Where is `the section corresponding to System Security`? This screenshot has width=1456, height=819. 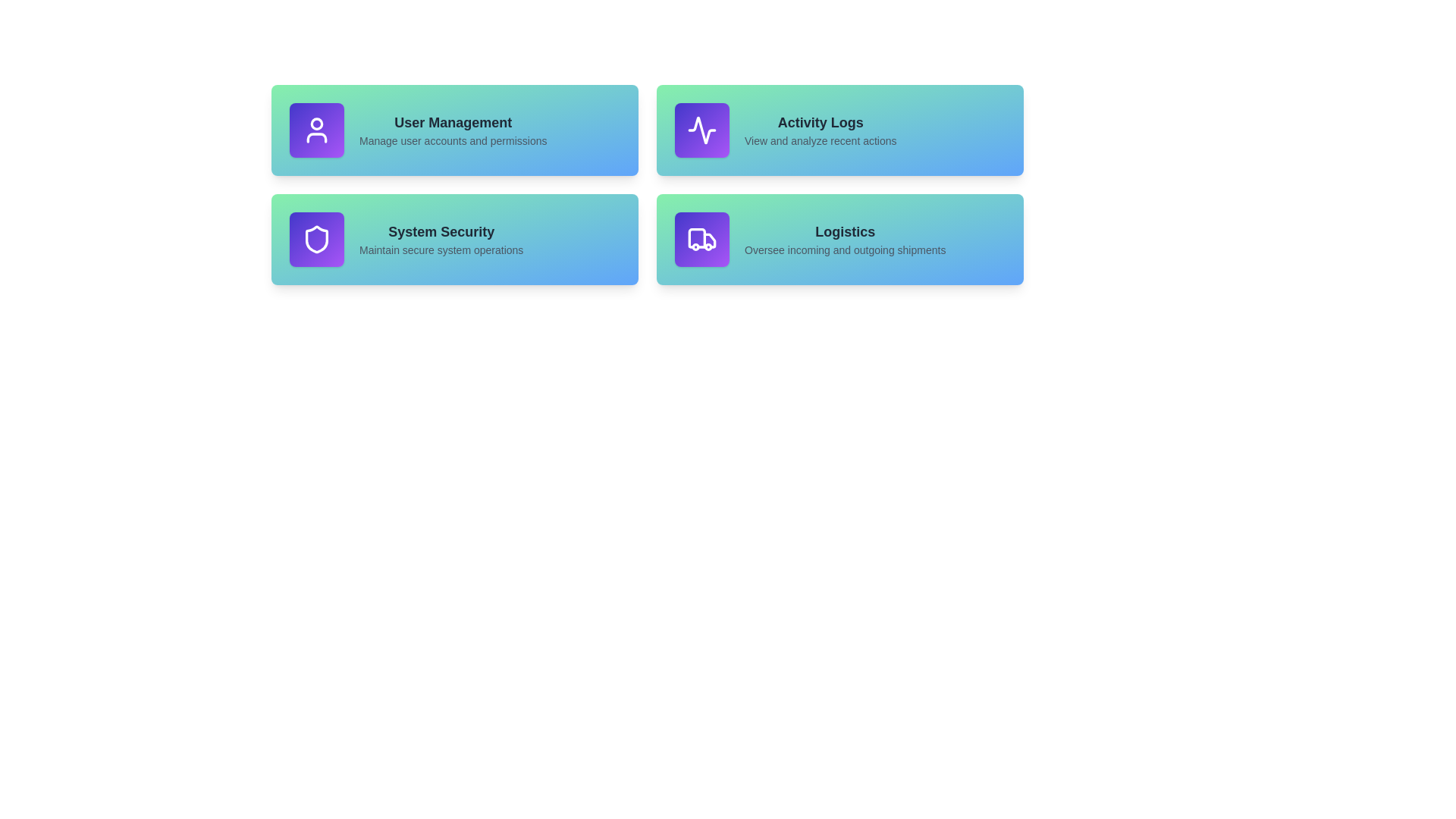 the section corresponding to System Security is located at coordinates (454, 239).